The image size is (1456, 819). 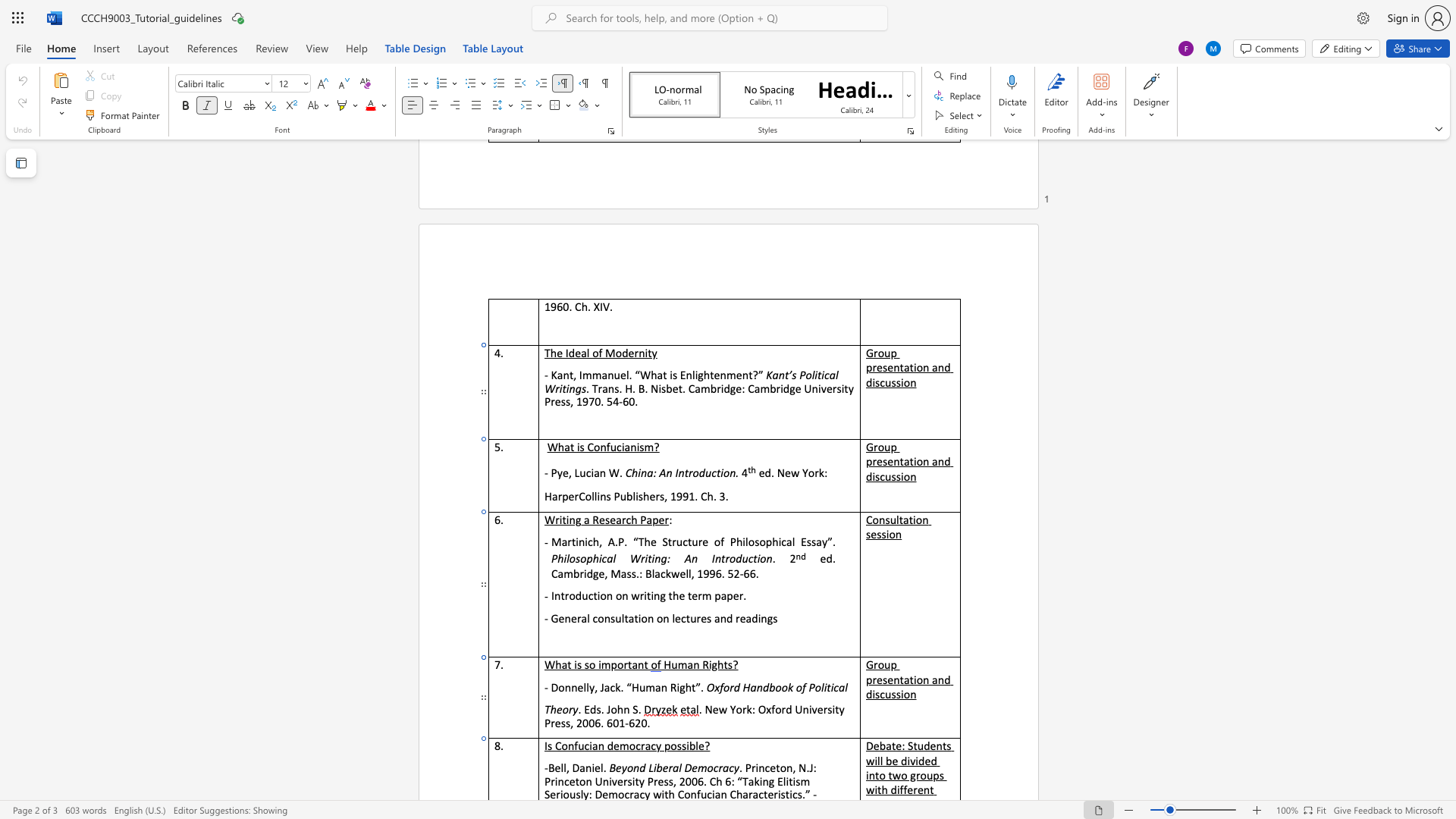 I want to click on the 1th character "s" in the text, so click(x=598, y=709).